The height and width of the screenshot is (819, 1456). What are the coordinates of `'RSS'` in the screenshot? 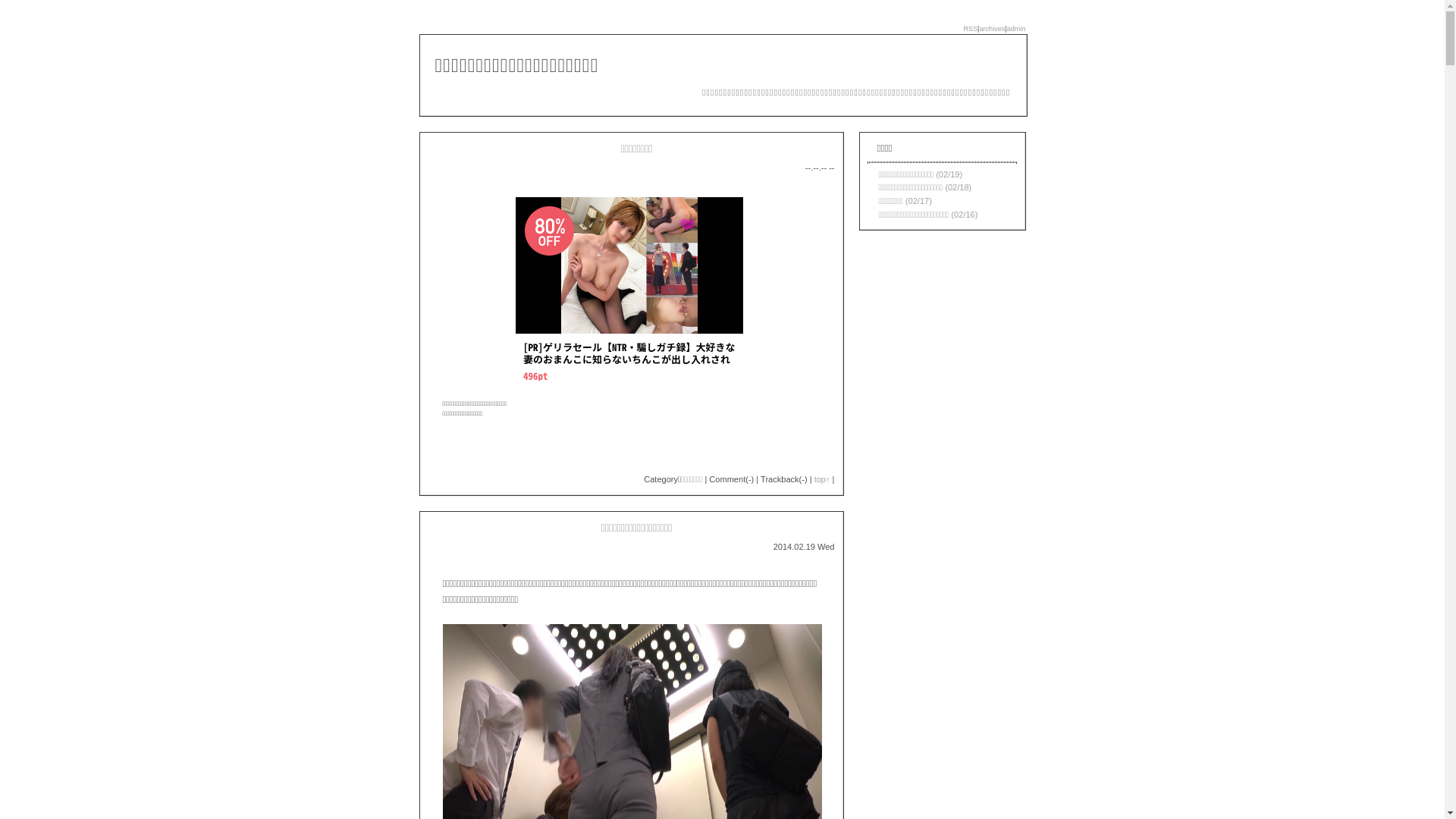 It's located at (969, 29).